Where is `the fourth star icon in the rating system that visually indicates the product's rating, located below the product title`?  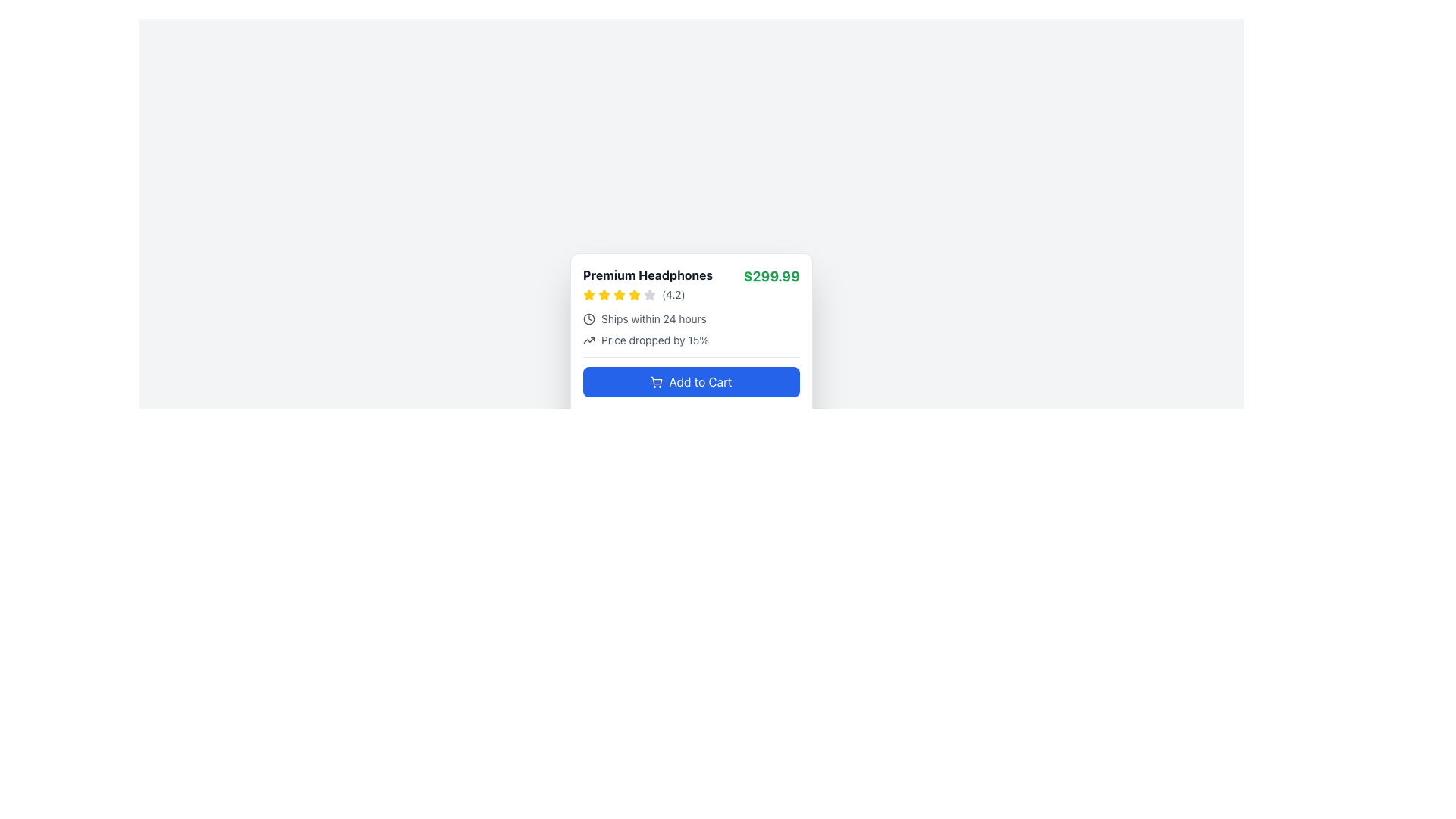 the fourth star icon in the rating system that visually indicates the product's rating, located below the product title is located at coordinates (619, 295).